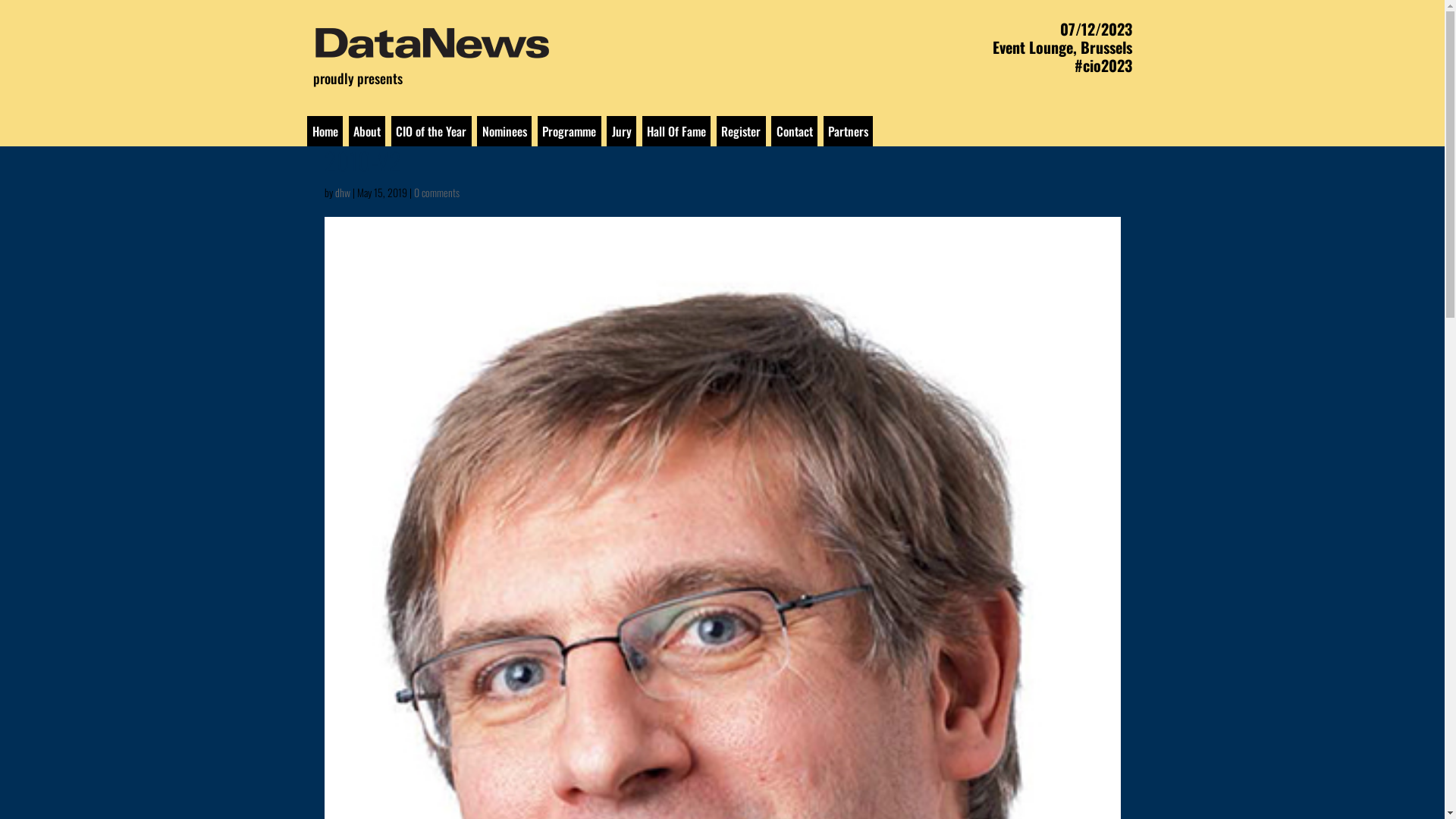 Image resolution: width=1456 pixels, height=819 pixels. Describe the element at coordinates (431, 130) in the screenshot. I see `'CIO of the Year'` at that location.